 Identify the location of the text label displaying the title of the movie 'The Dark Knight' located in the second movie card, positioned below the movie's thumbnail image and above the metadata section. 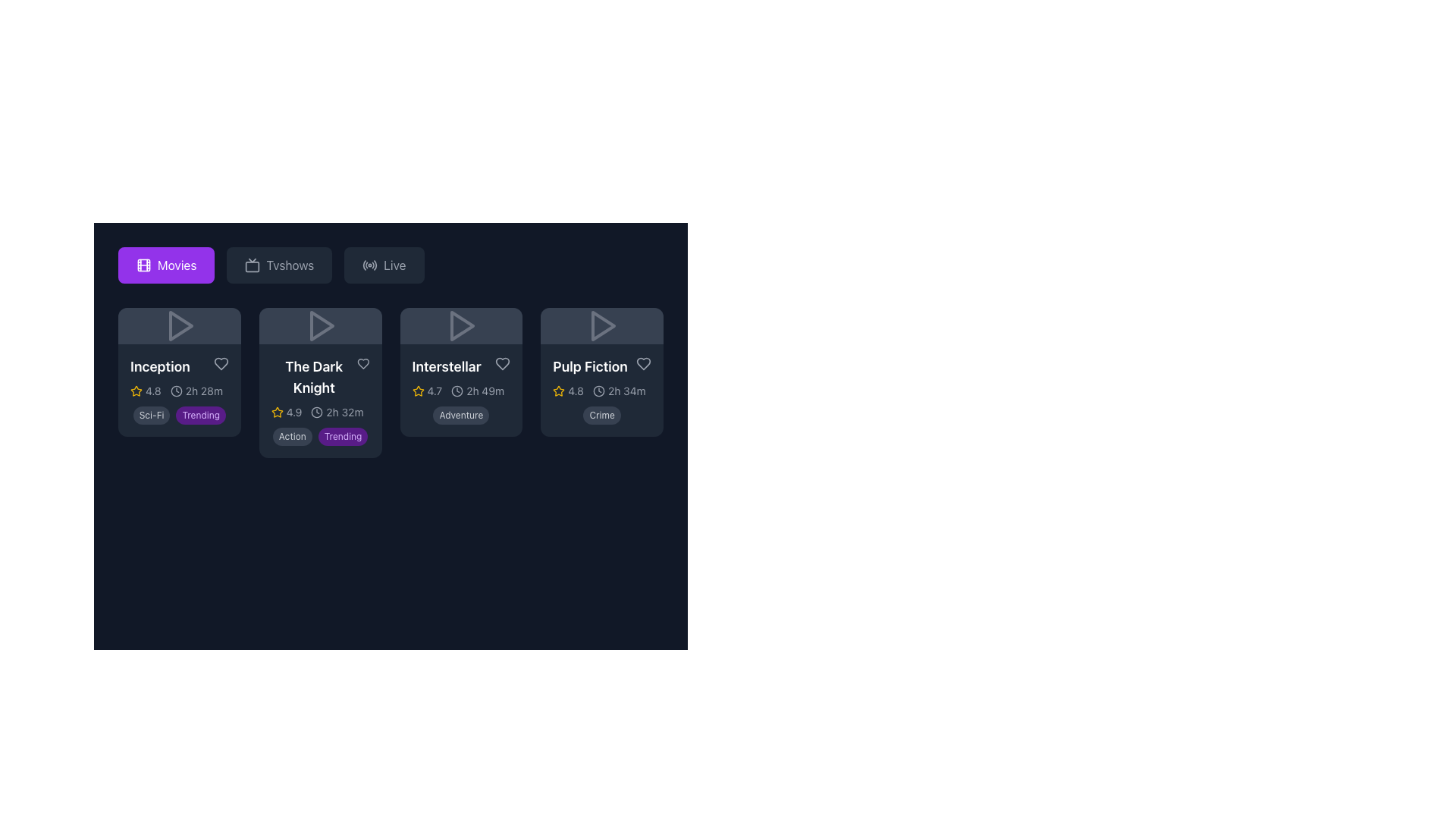
(313, 376).